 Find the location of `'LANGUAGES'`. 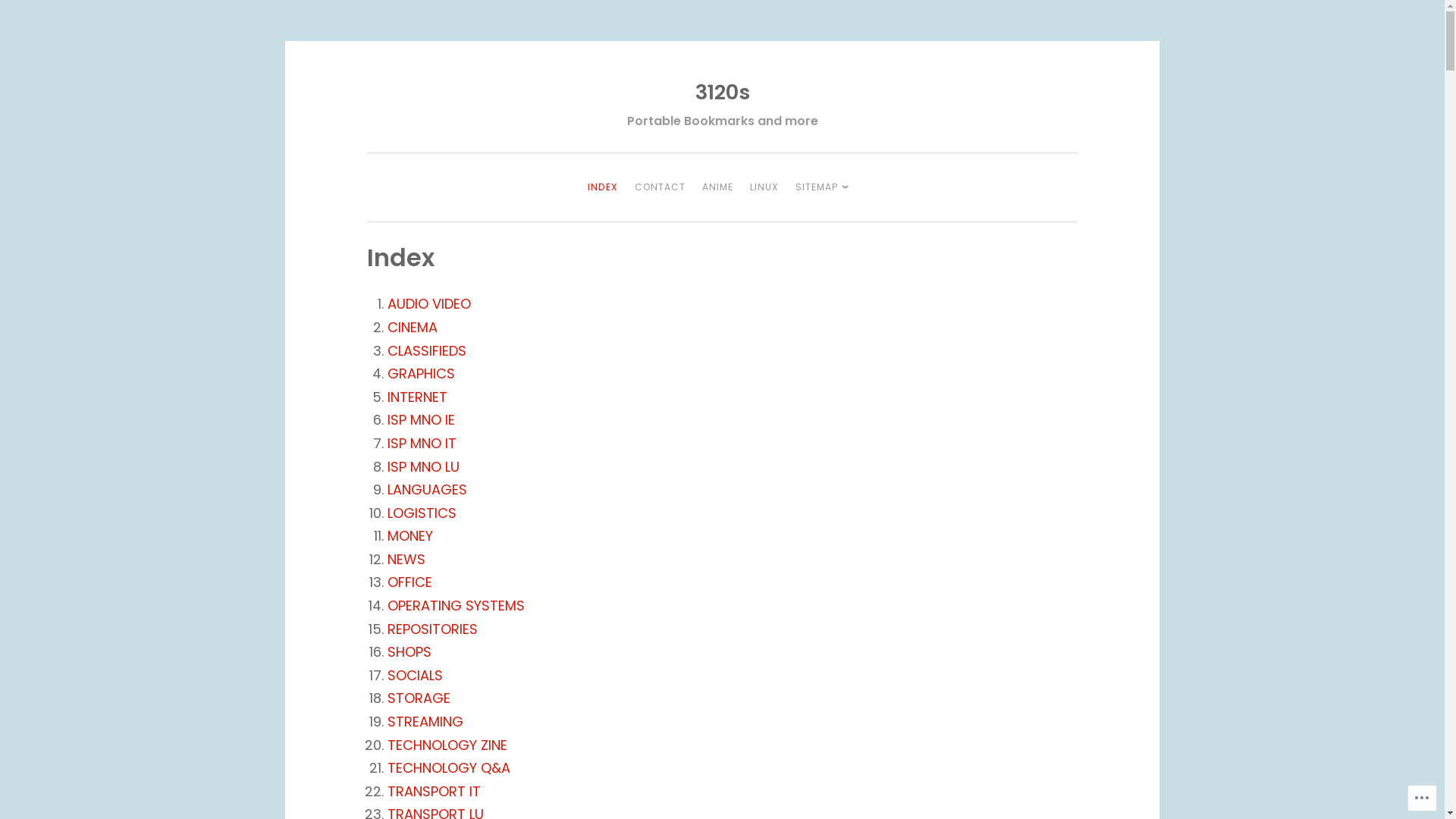

'LANGUAGES' is located at coordinates (426, 489).